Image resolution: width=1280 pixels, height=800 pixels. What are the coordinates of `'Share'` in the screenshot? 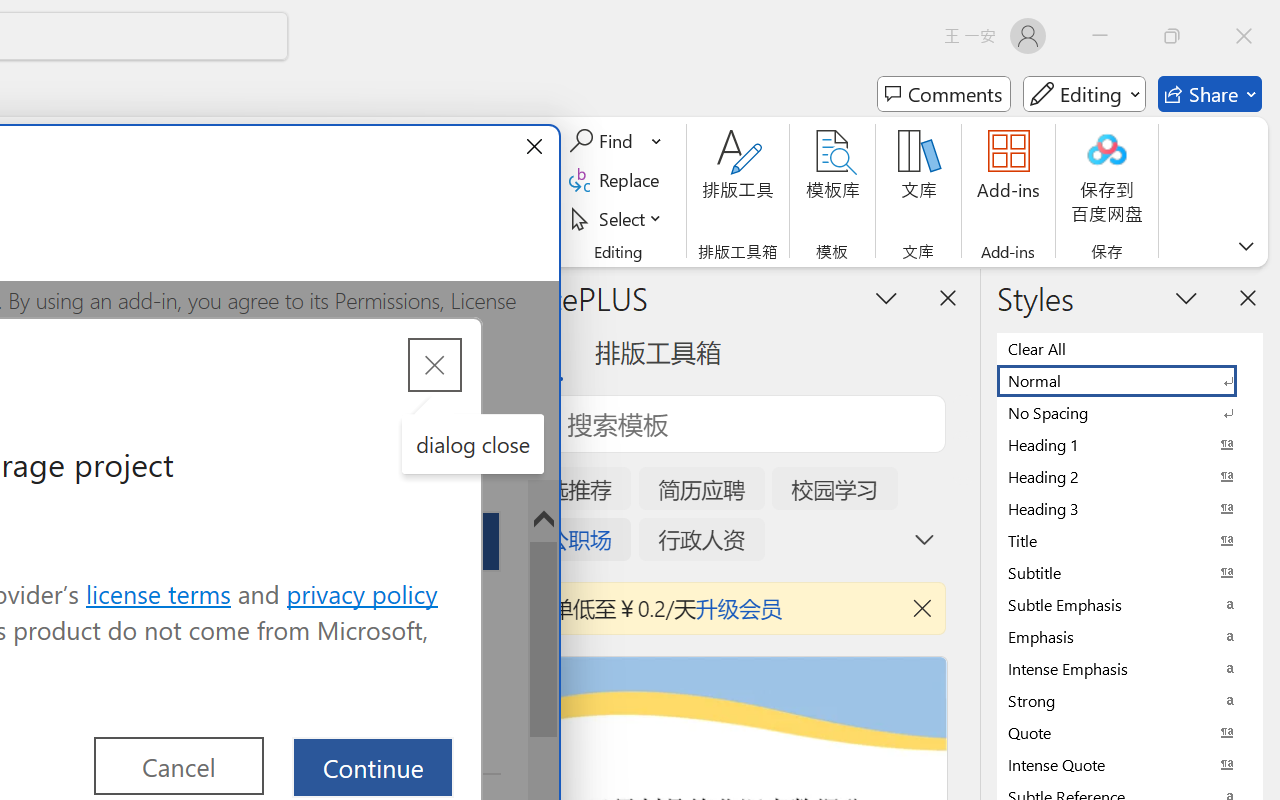 It's located at (1209, 94).